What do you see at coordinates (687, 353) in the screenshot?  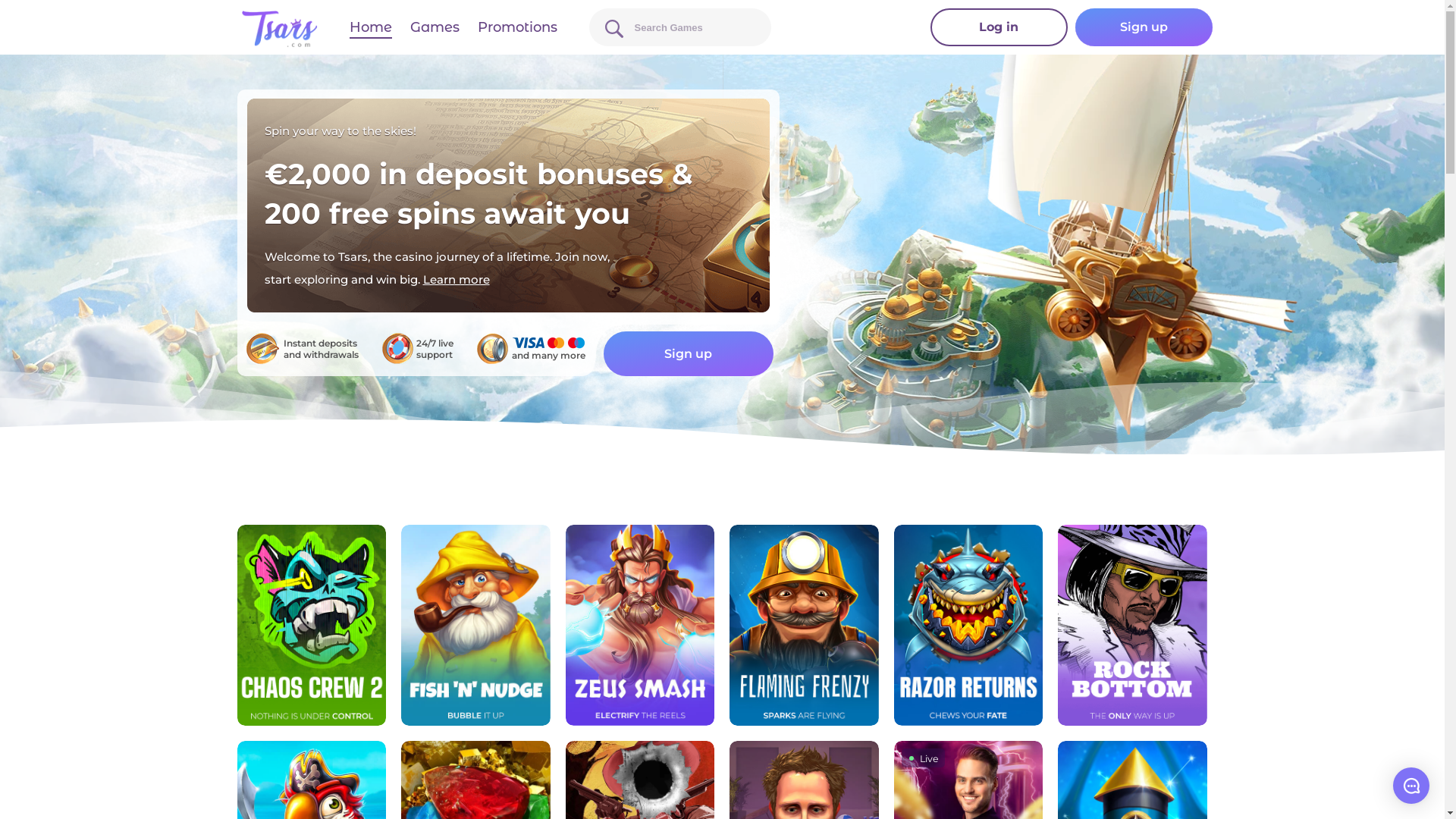 I see `'Sign up'` at bounding box center [687, 353].